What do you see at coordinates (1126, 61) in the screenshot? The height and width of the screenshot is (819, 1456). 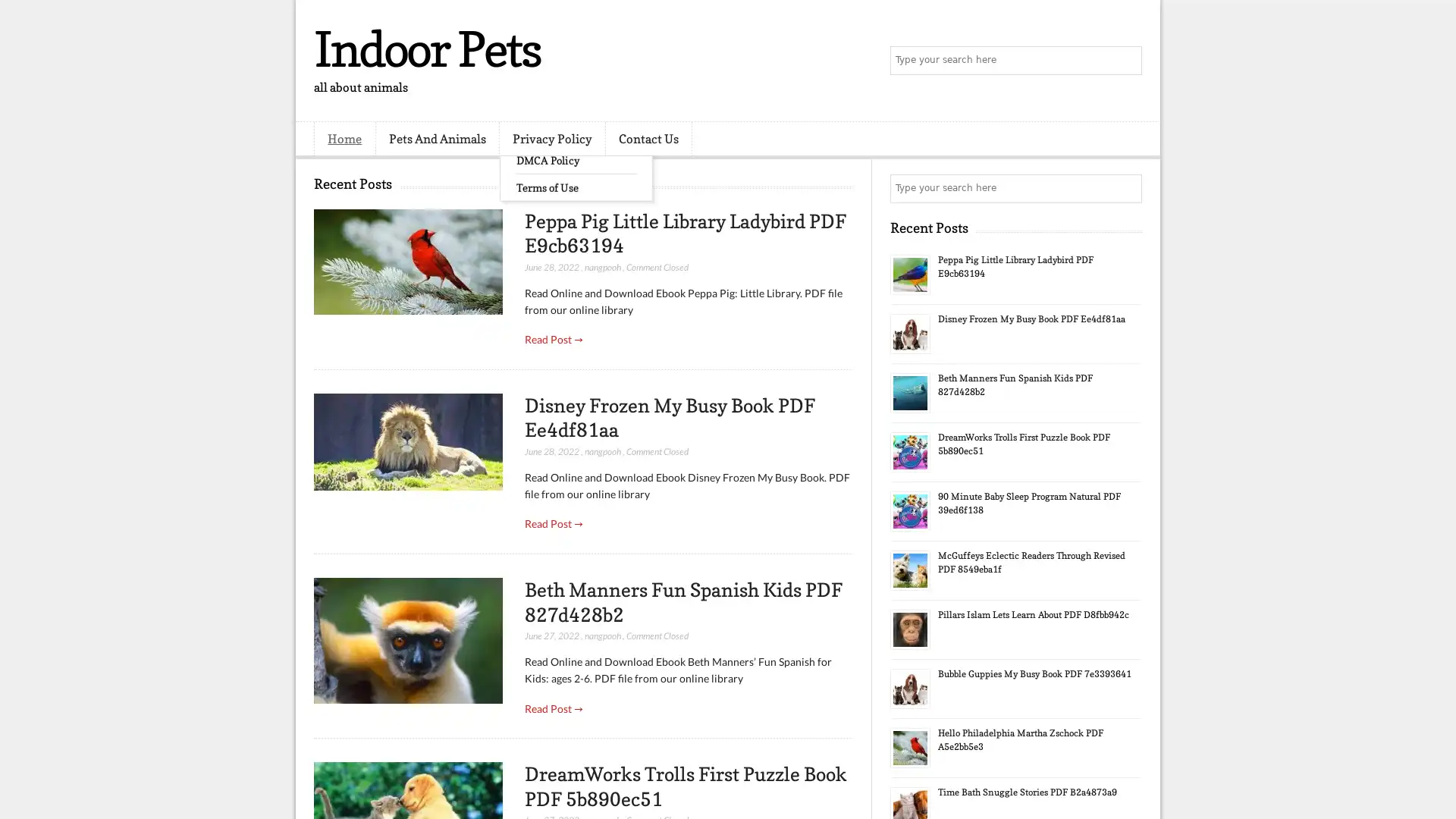 I see `Search` at bounding box center [1126, 61].